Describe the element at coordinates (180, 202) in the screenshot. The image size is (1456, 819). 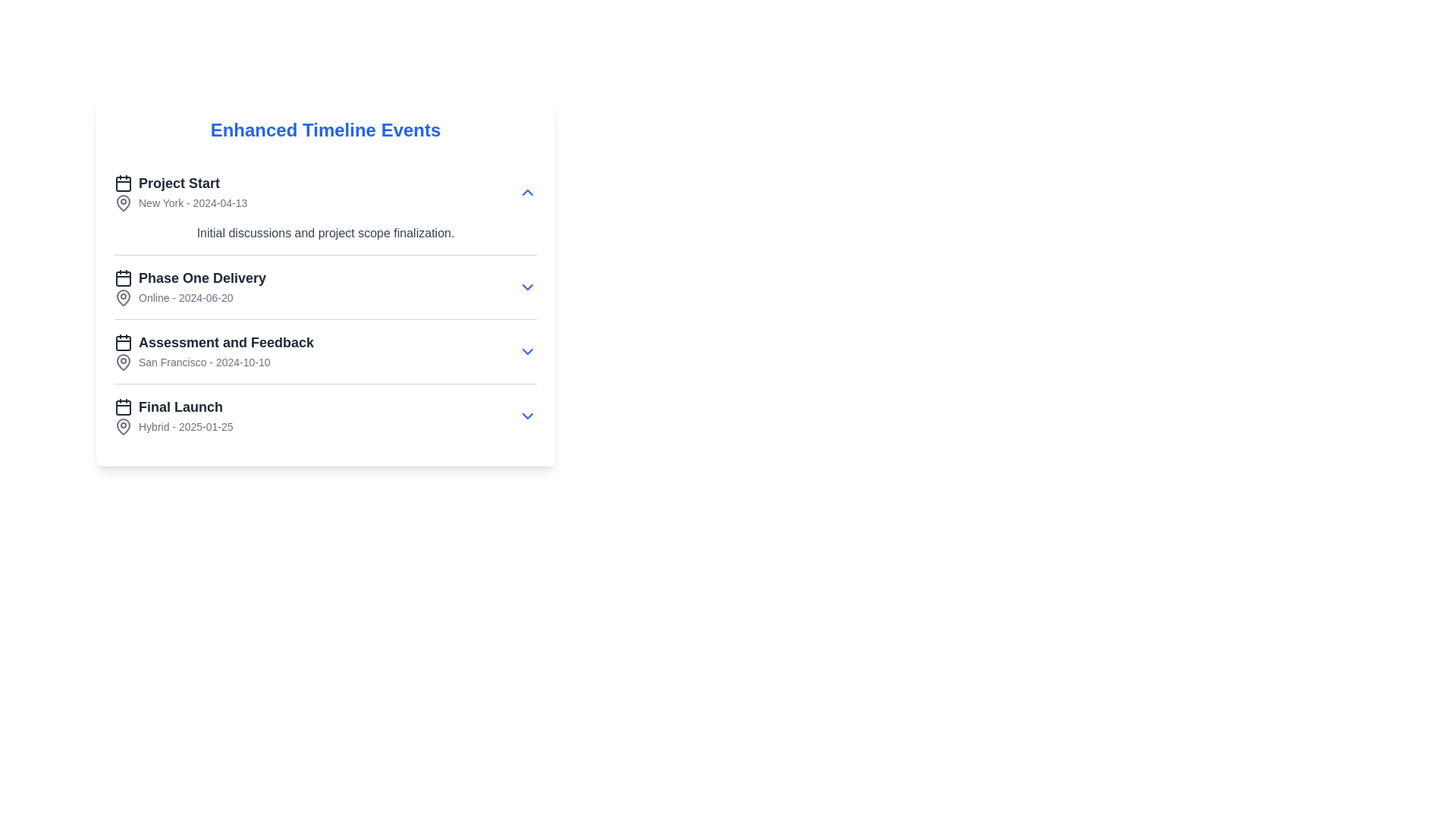
I see `the text element displaying the location and date information associated with the 'Project Start' event, located under 'Enhanced Timeline Events' and below the 'Project Start' text` at that location.